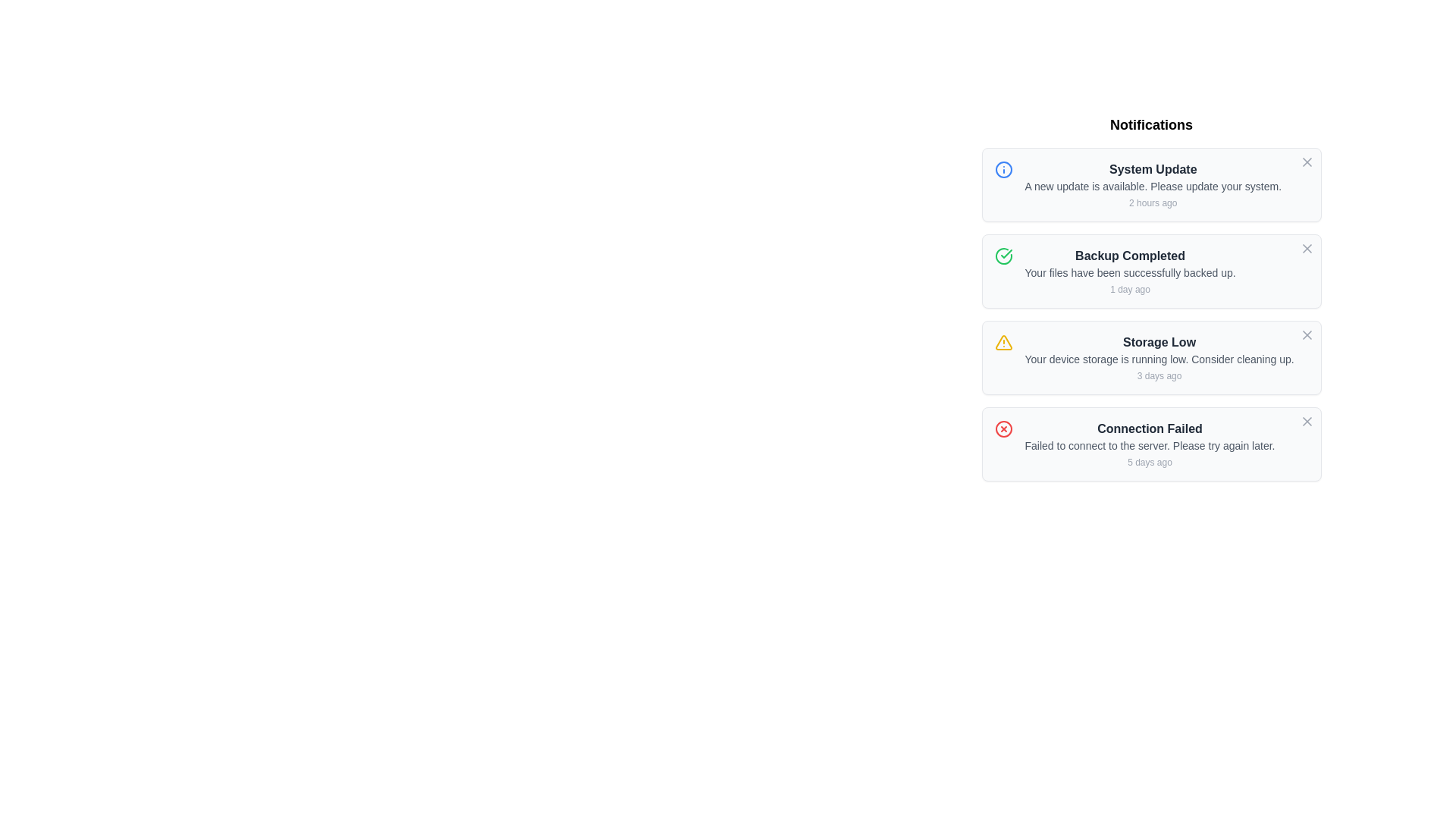  What do you see at coordinates (1306, 334) in the screenshot?
I see `the close button located at the upper-right corner of the 'Storage Low' notification alert to change its color` at bounding box center [1306, 334].